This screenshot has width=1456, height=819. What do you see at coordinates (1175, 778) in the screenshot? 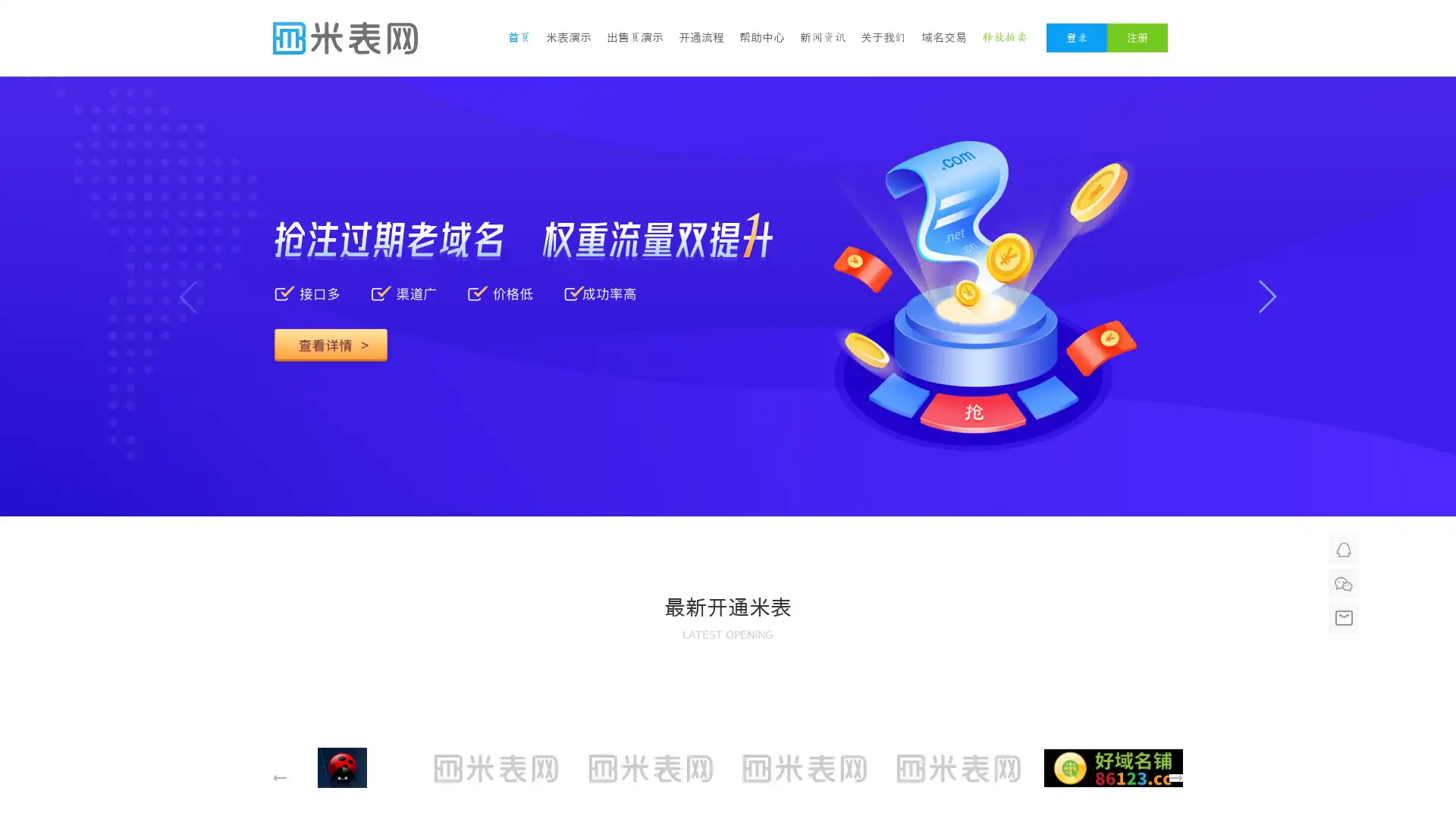
I see `Next slide` at bounding box center [1175, 778].